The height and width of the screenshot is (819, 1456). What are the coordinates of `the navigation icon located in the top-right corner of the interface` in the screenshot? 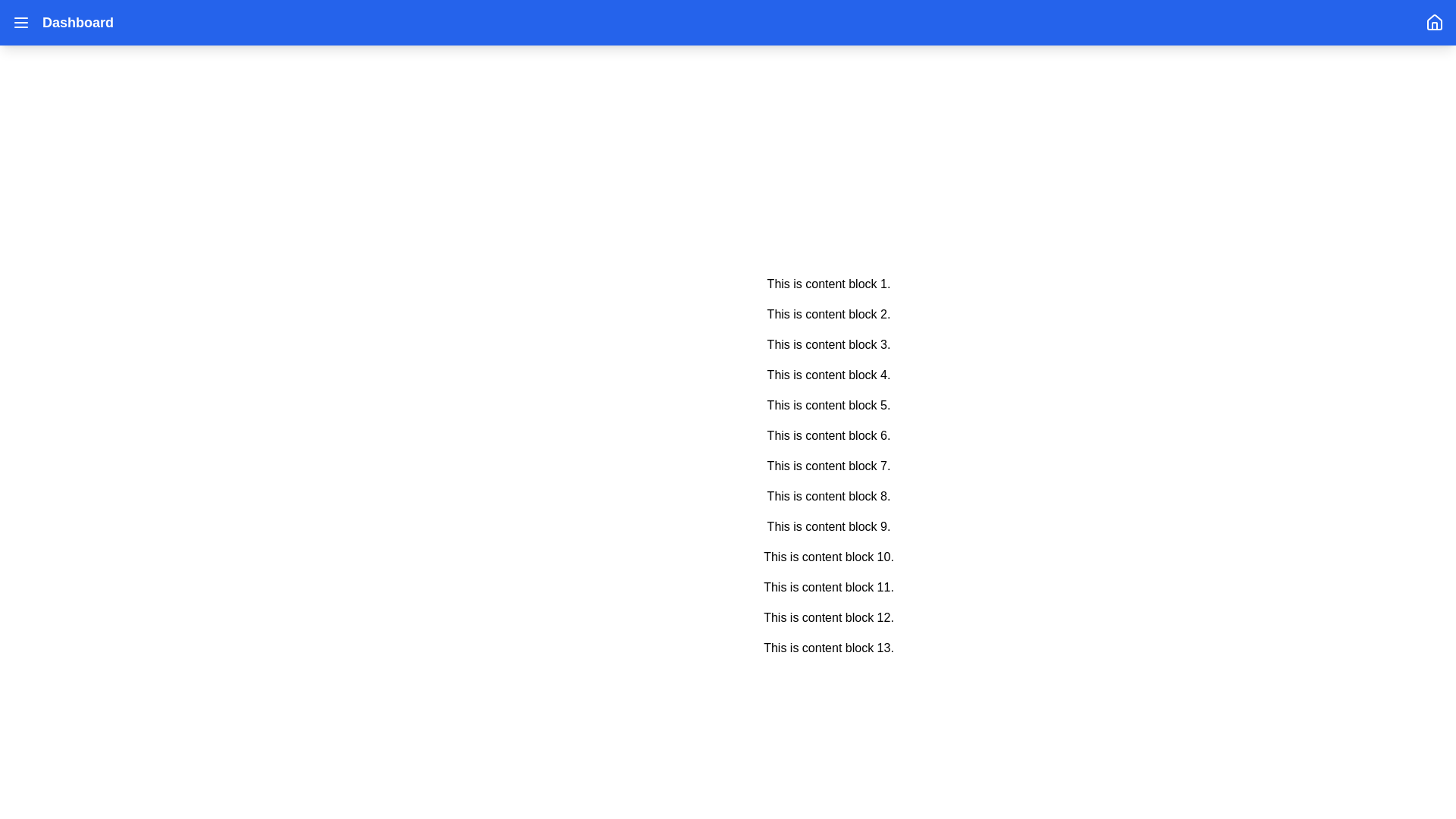 It's located at (1433, 23).